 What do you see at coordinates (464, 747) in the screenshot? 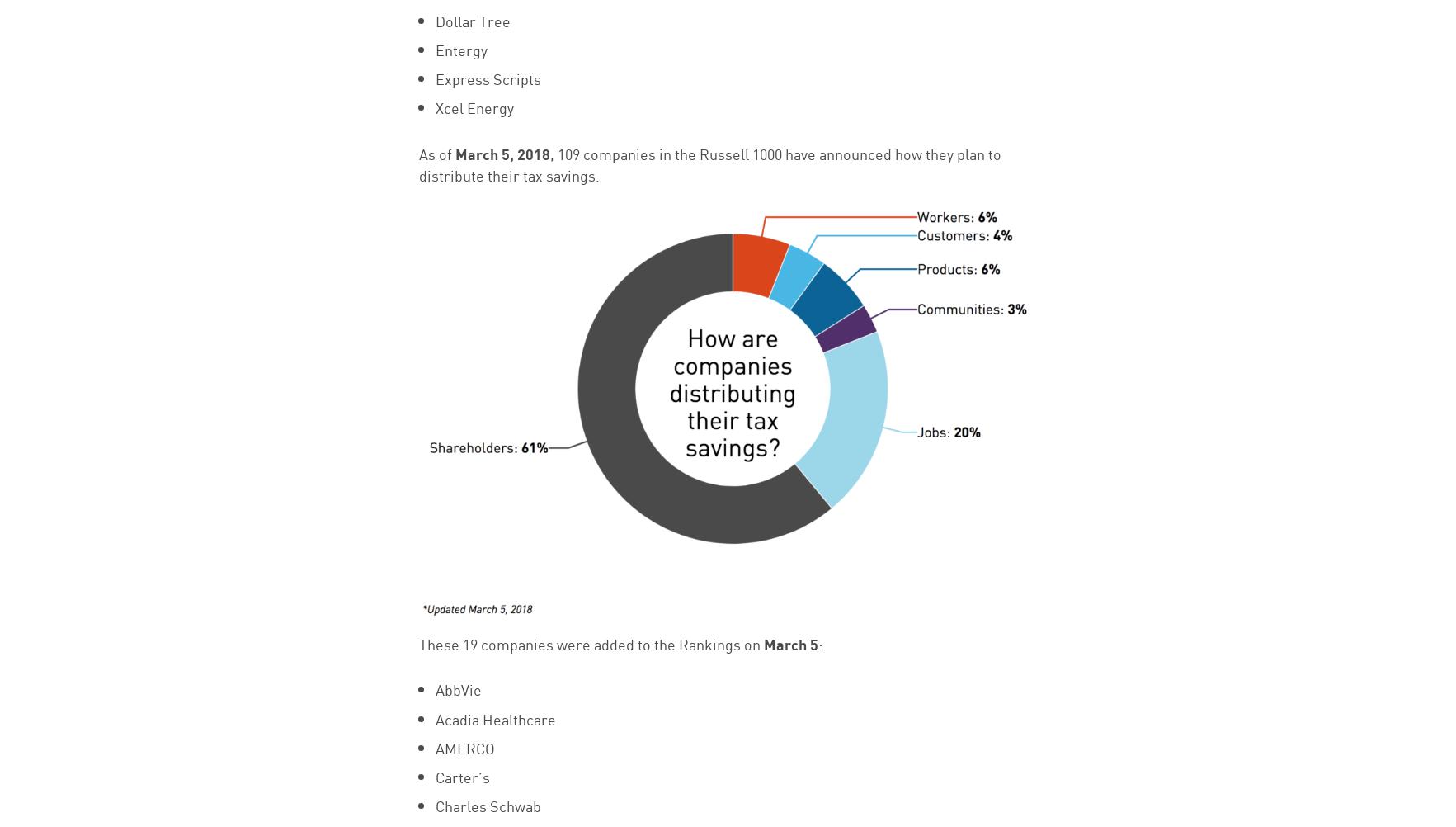
I see `'AMERCO'` at bounding box center [464, 747].